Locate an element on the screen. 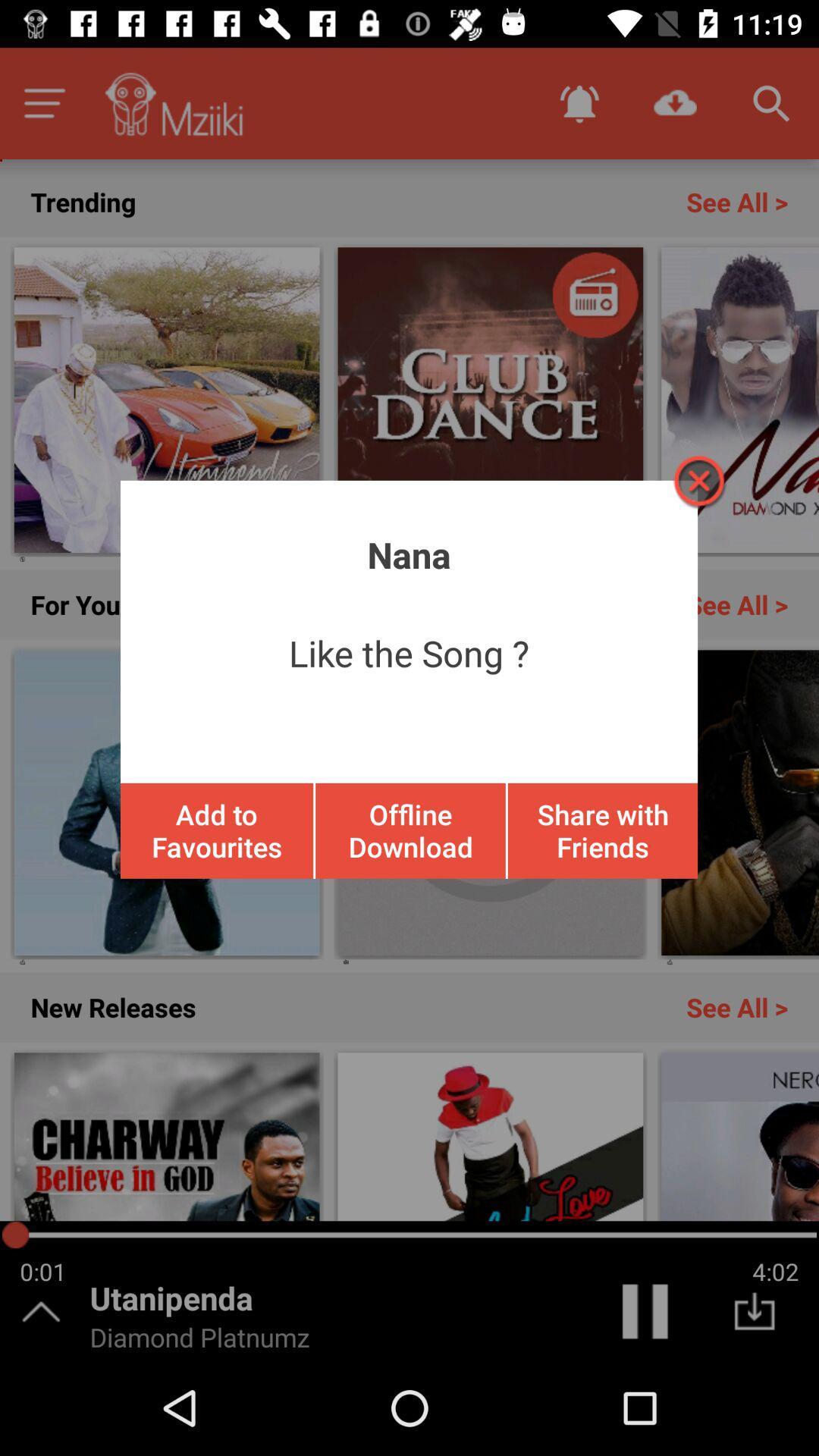 Image resolution: width=819 pixels, height=1456 pixels. app below like the song ? icon is located at coordinates (601, 830).